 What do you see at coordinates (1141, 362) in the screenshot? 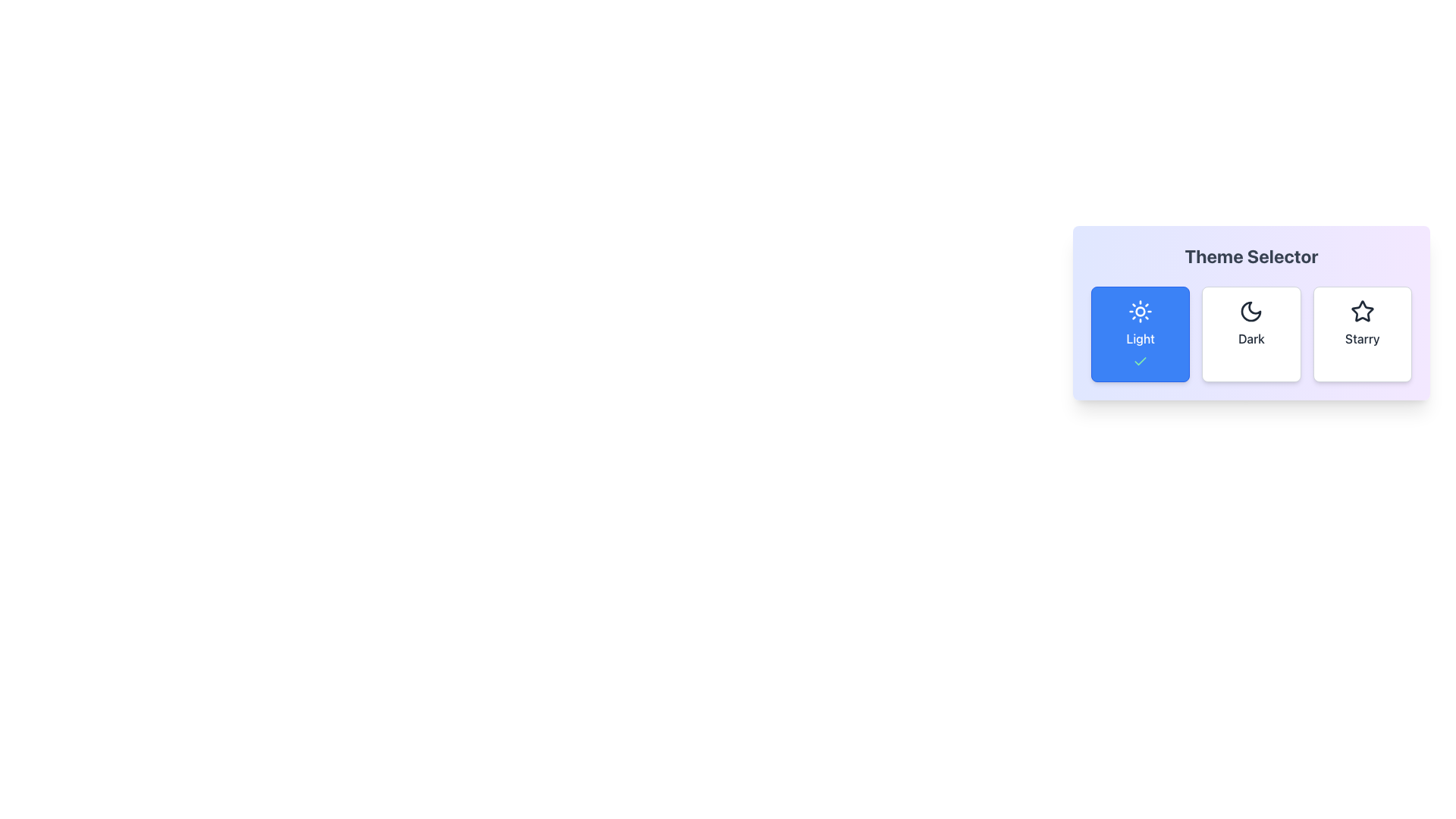
I see `the checkmark icon indicating that the 'Light' theme is selected, which is located within the 'Light' theme selection button` at bounding box center [1141, 362].